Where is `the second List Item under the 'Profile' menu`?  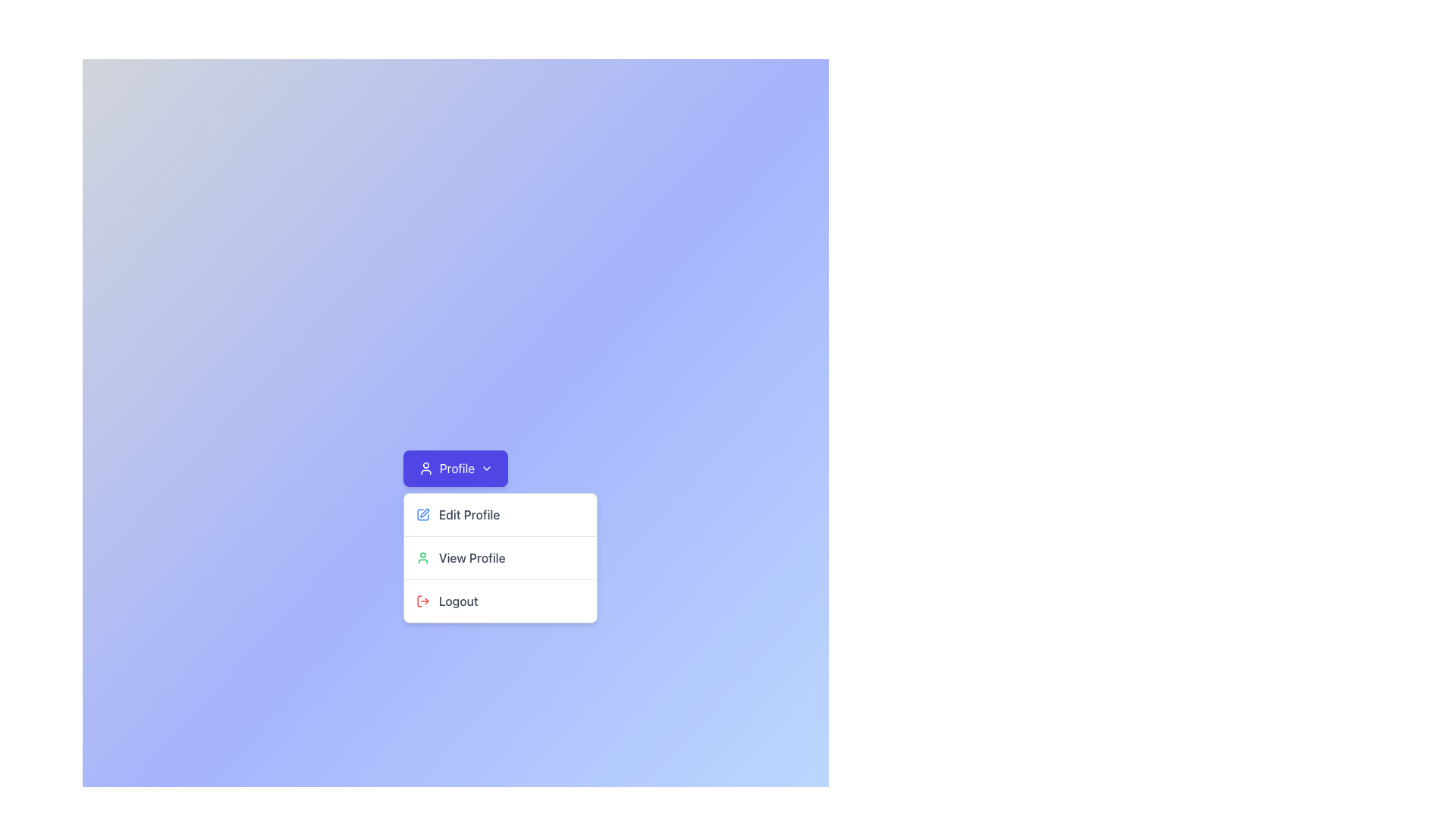 the second List Item under the 'Profile' menu is located at coordinates (500, 557).